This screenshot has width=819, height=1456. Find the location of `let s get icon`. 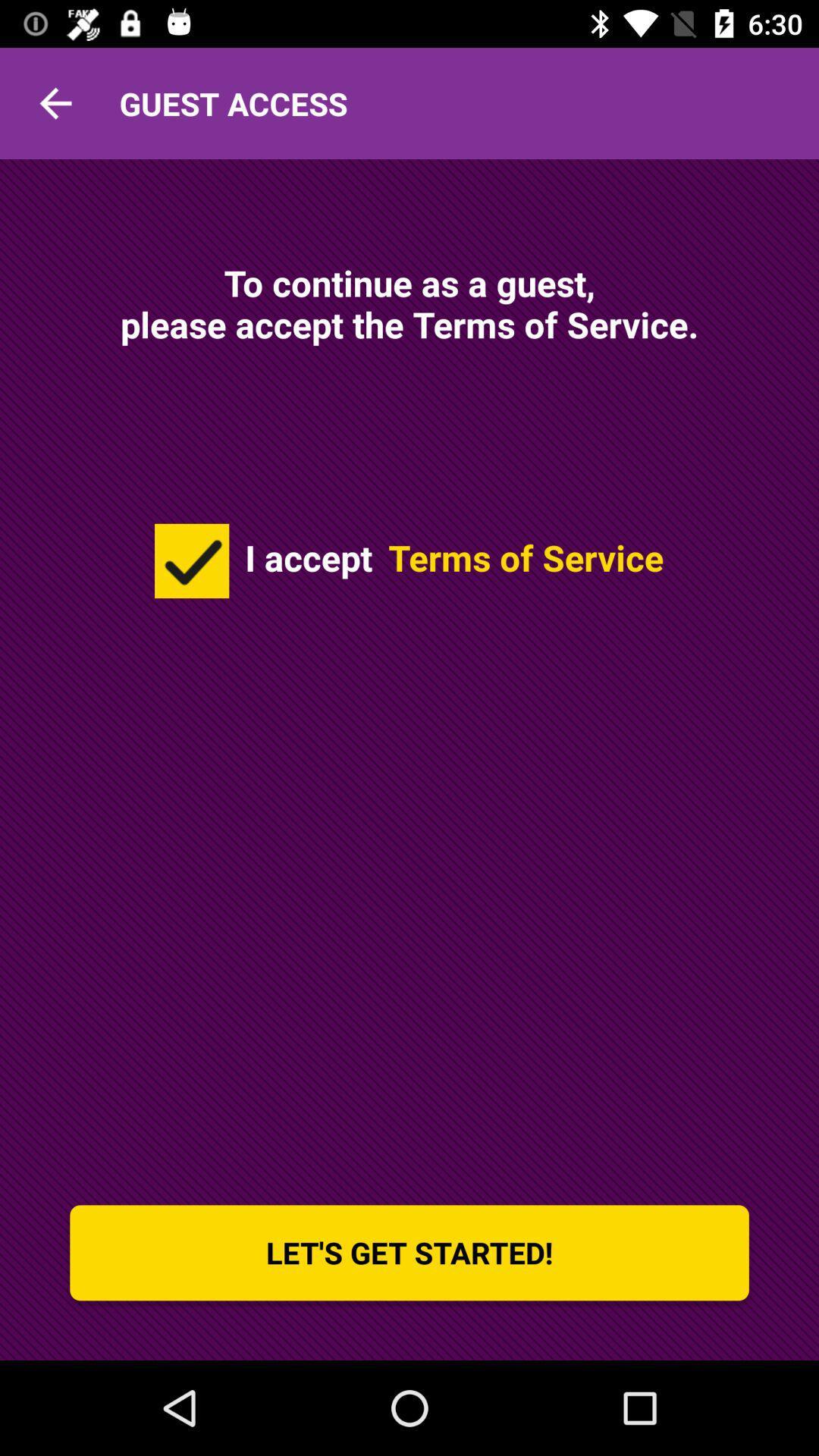

let s get icon is located at coordinates (409, 1253).